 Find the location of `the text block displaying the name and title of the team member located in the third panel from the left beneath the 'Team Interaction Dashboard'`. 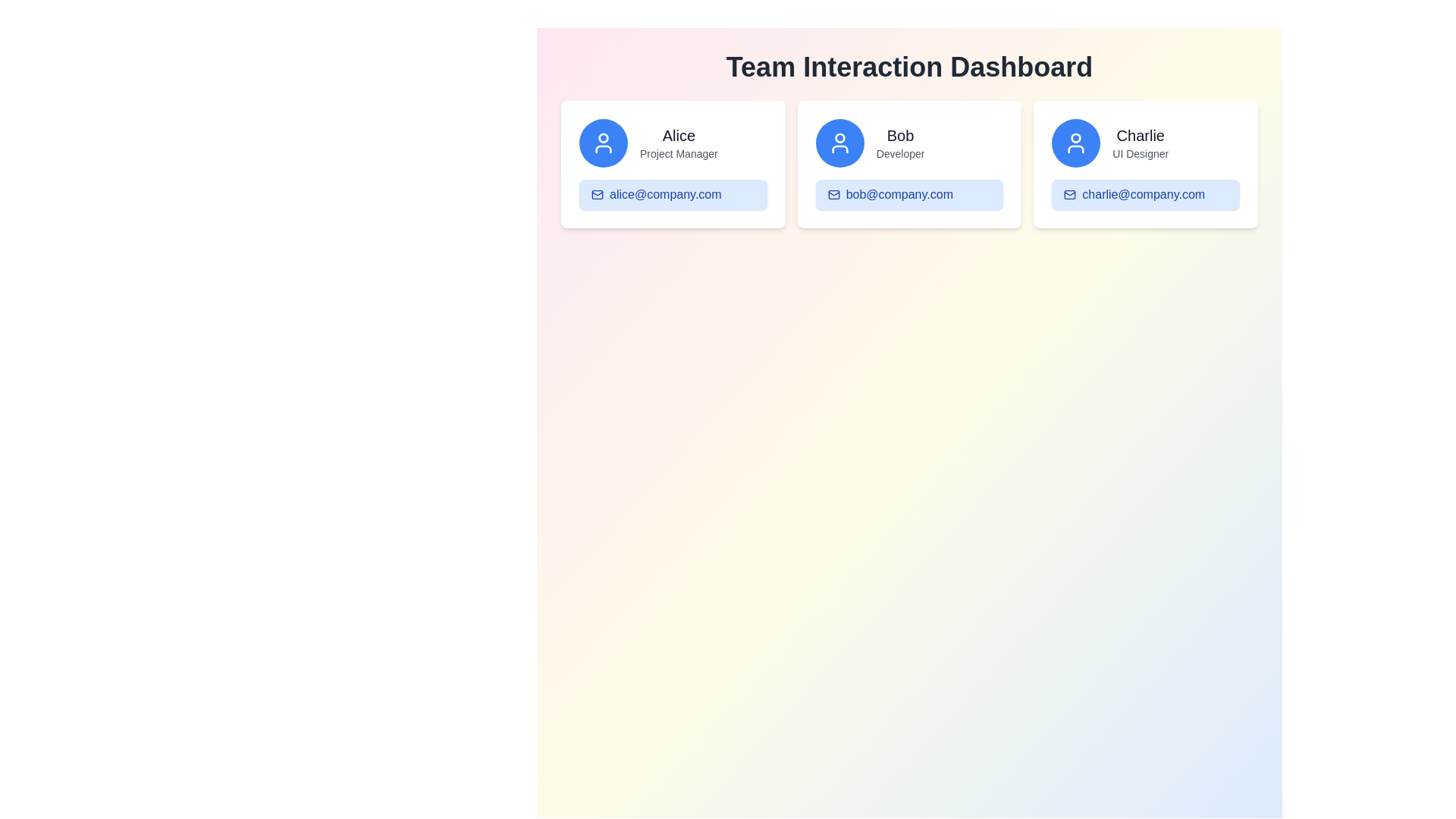

the text block displaying the name and title of the team member located in the third panel from the left beneath the 'Team Interaction Dashboard' is located at coordinates (1146, 143).